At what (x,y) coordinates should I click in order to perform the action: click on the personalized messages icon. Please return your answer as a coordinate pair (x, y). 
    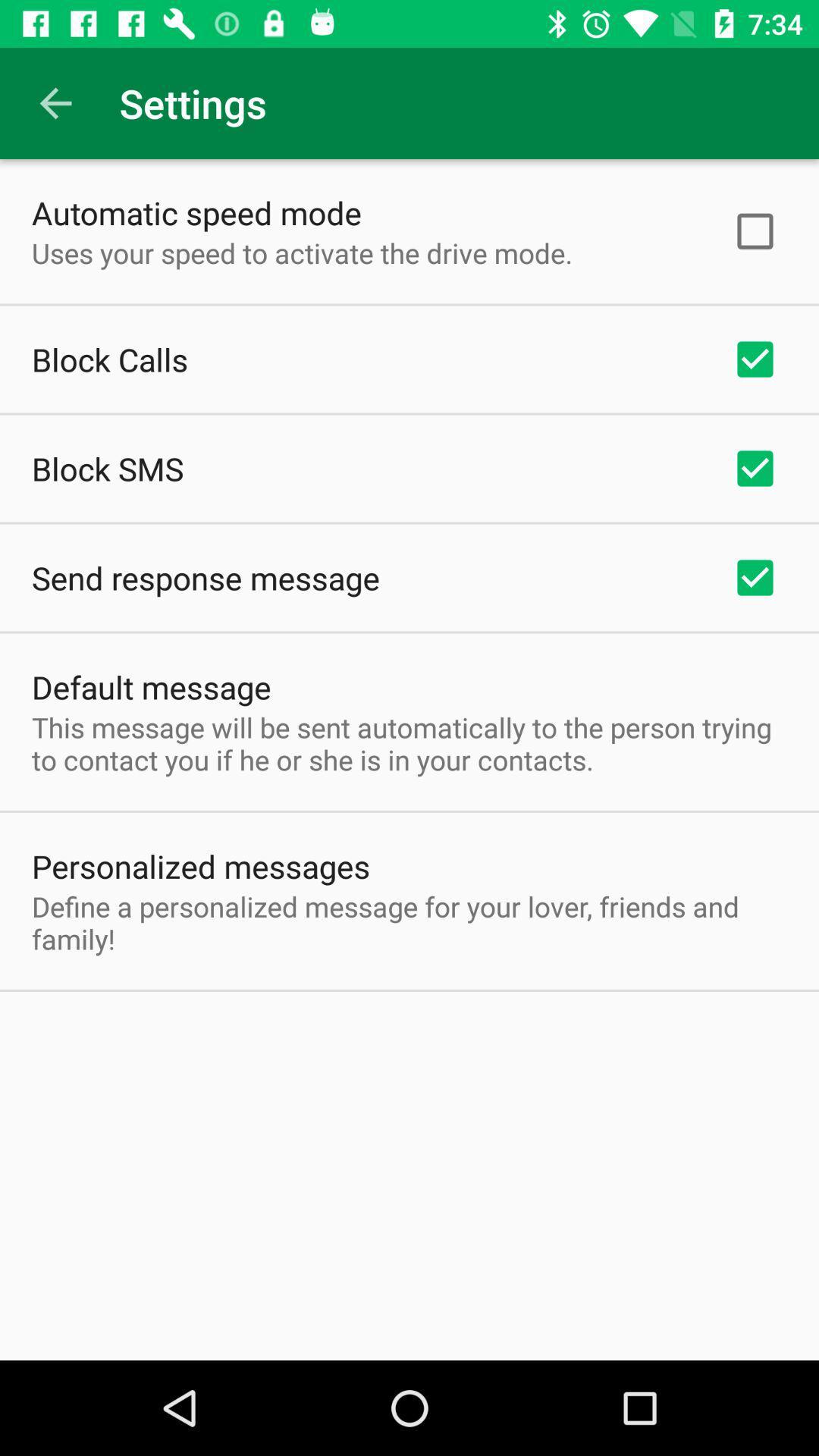
    Looking at the image, I should click on (200, 866).